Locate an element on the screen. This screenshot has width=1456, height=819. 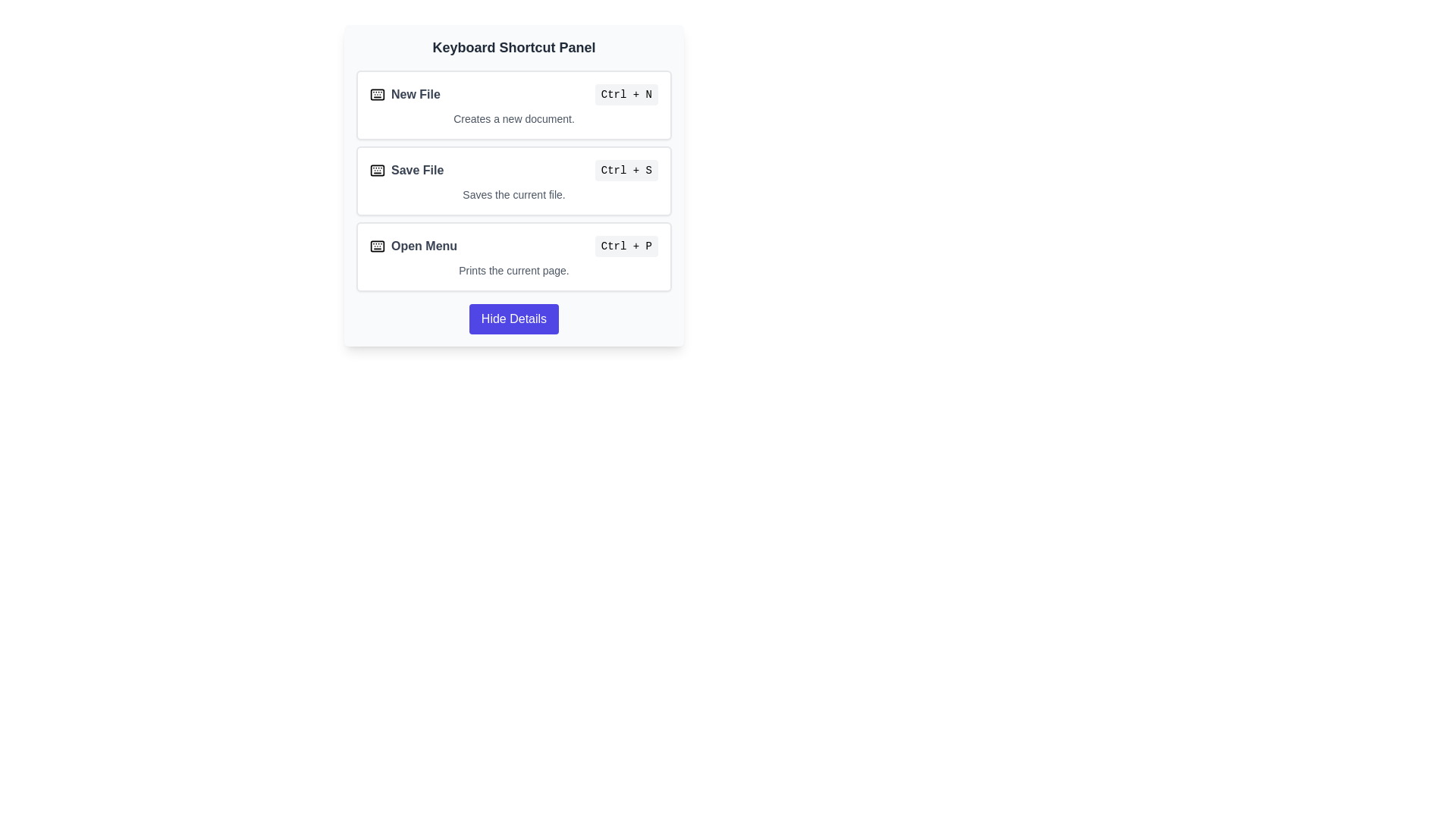
the 'Hide Details' button located at the bottom of the Keyboard Shortcut Panel, which has a light gray background and rounded corners is located at coordinates (513, 185).